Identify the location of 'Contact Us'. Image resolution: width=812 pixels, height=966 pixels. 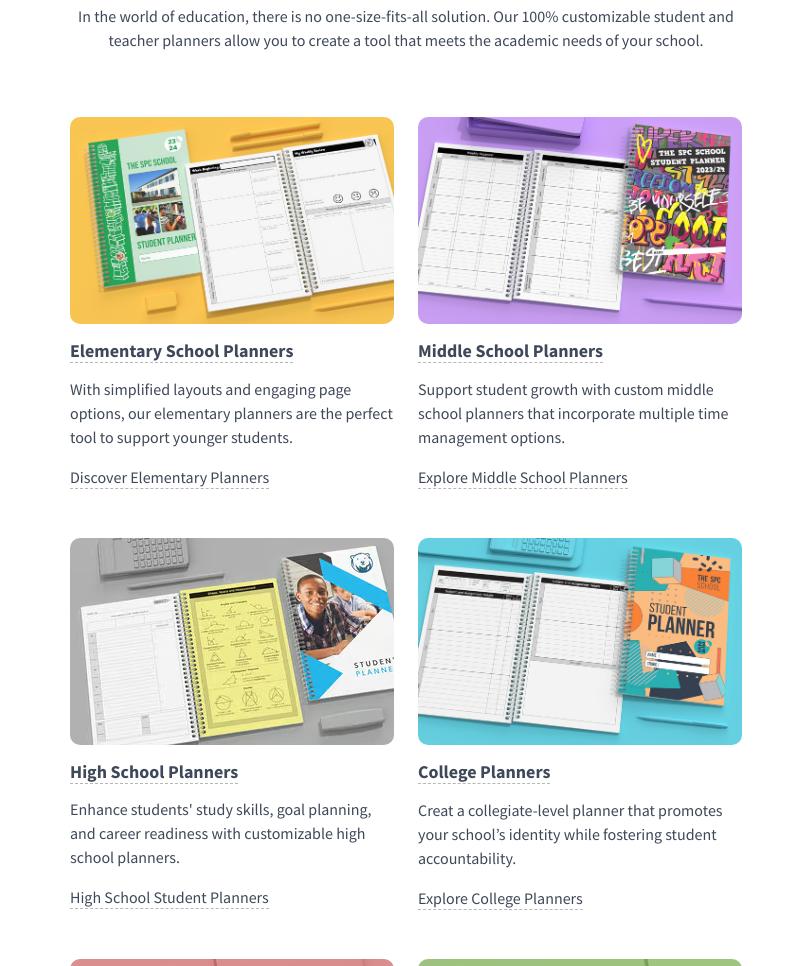
(89, 605).